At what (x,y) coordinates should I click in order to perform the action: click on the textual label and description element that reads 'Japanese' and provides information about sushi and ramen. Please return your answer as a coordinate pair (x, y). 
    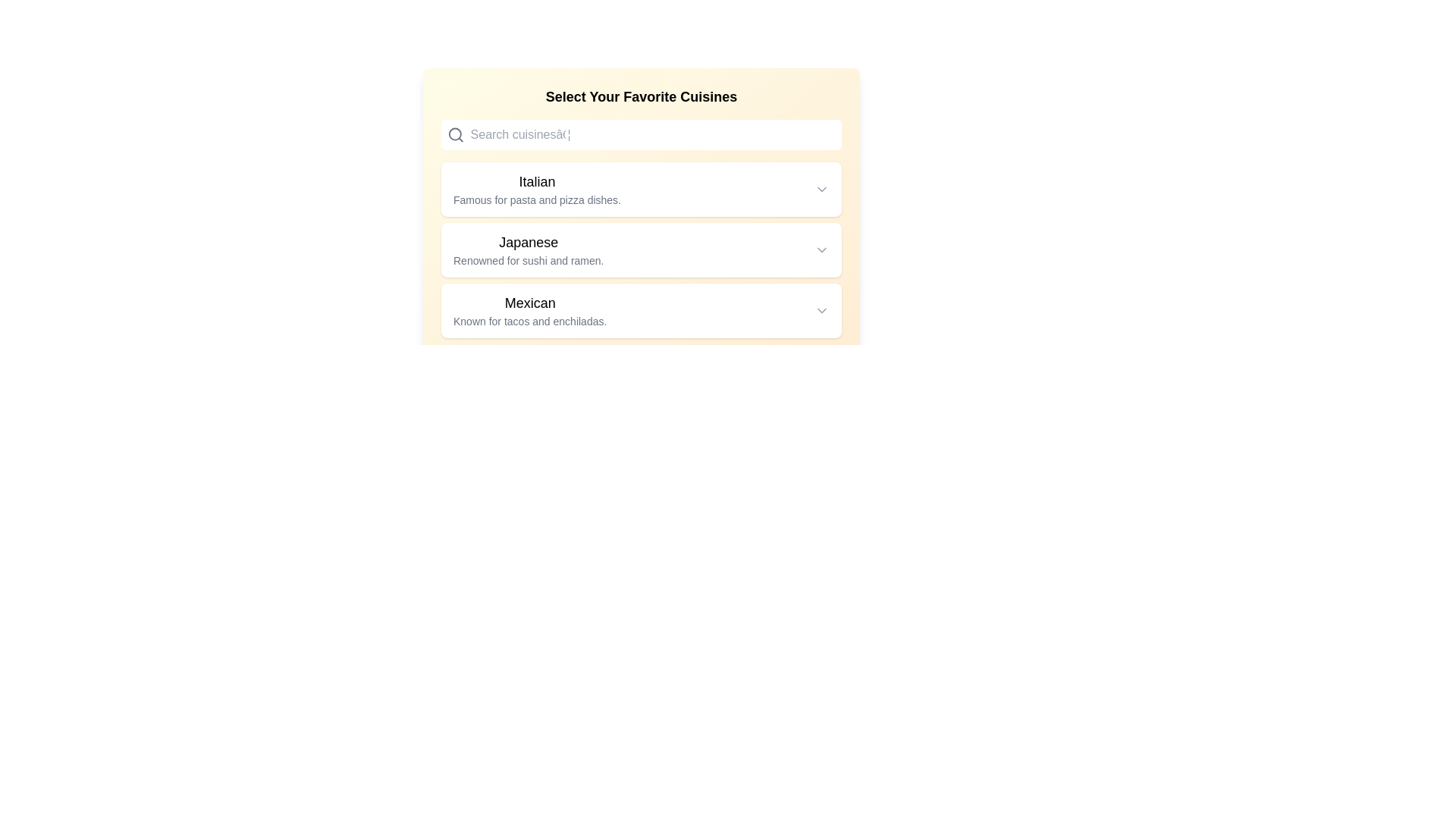
    Looking at the image, I should click on (529, 249).